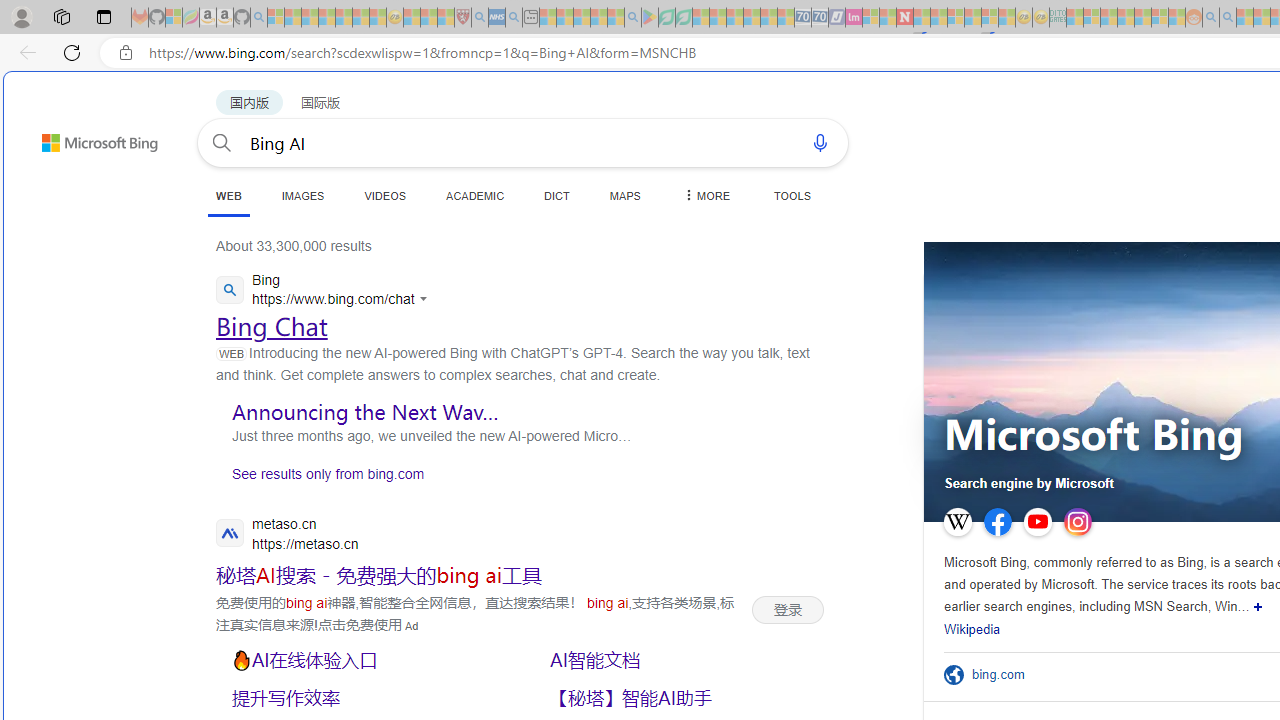 The height and width of the screenshot is (720, 1280). What do you see at coordinates (86, 137) in the screenshot?
I see `'Back to Bing search'` at bounding box center [86, 137].